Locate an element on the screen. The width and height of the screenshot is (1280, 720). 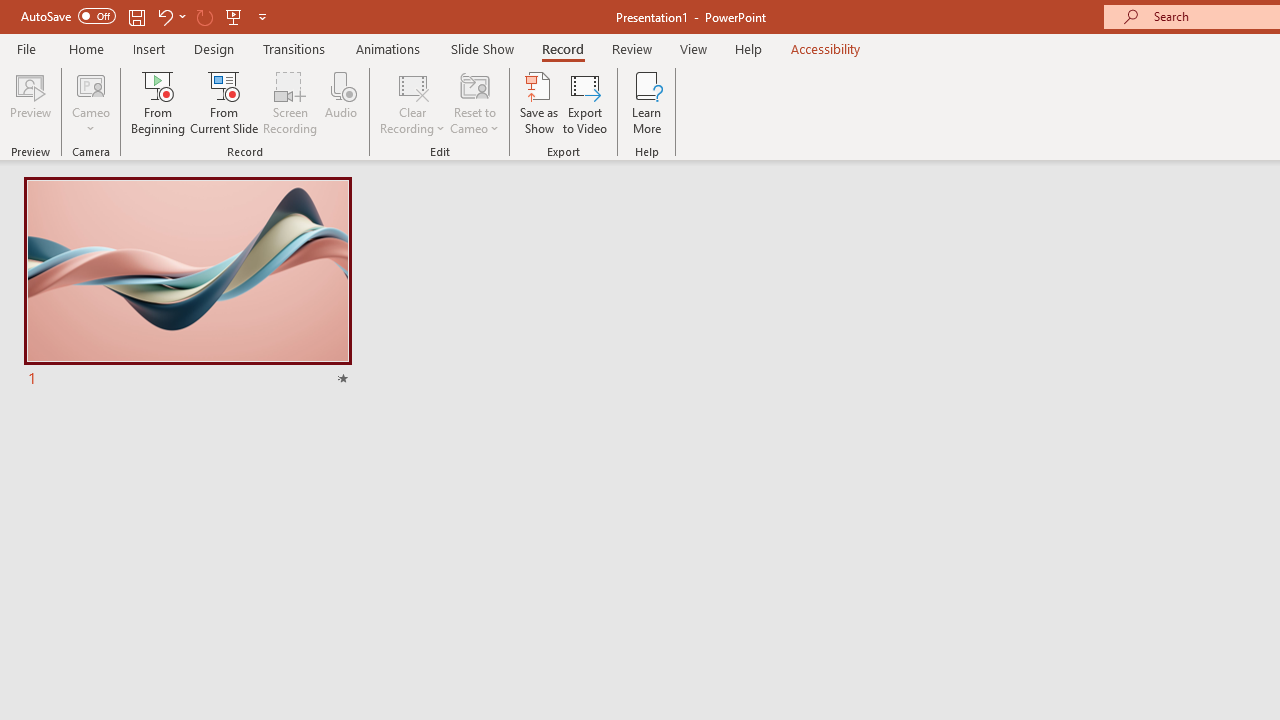
'Learn More' is located at coordinates (647, 103).